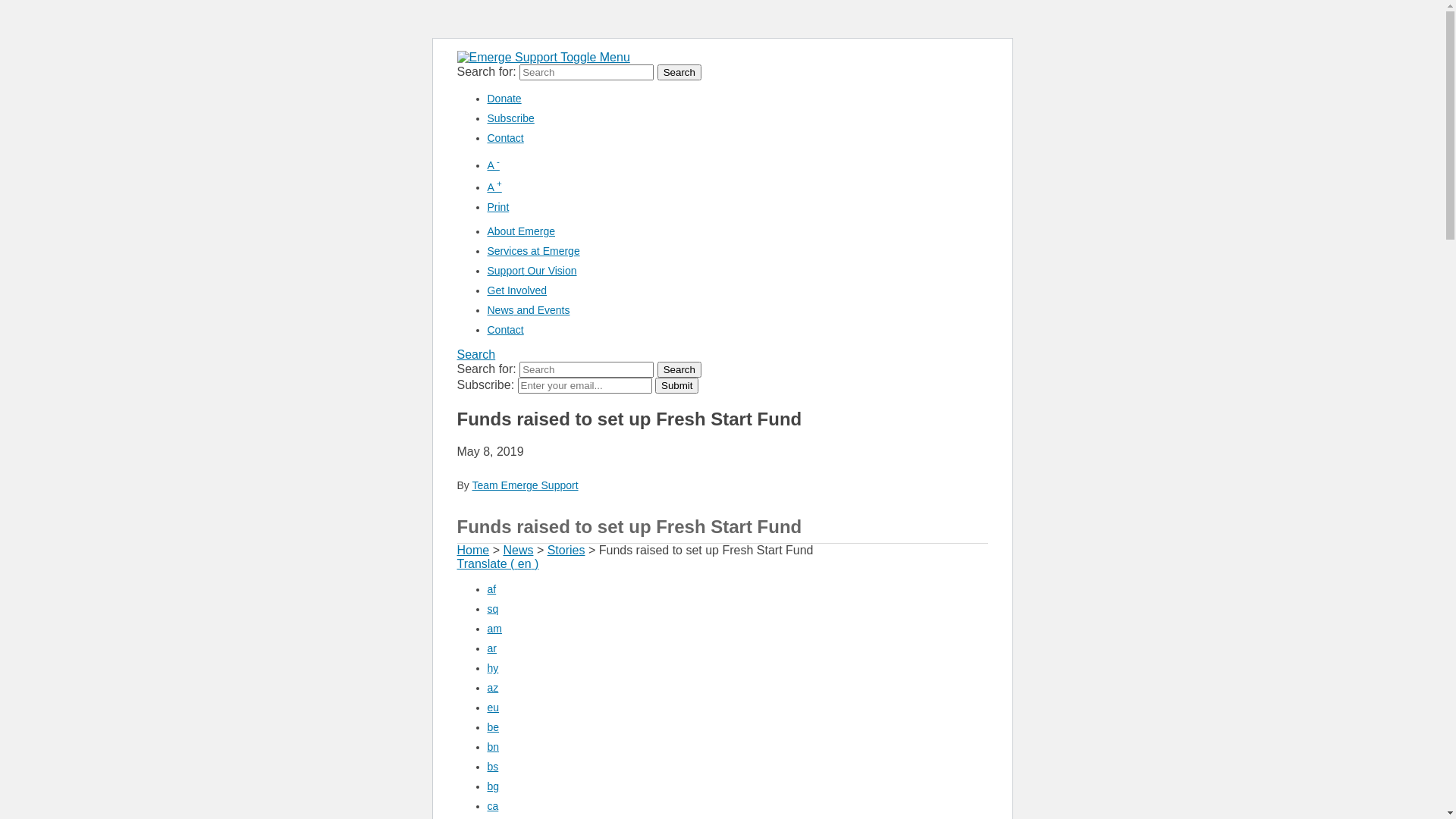 The image size is (1456, 819). I want to click on 'ca', so click(492, 805).